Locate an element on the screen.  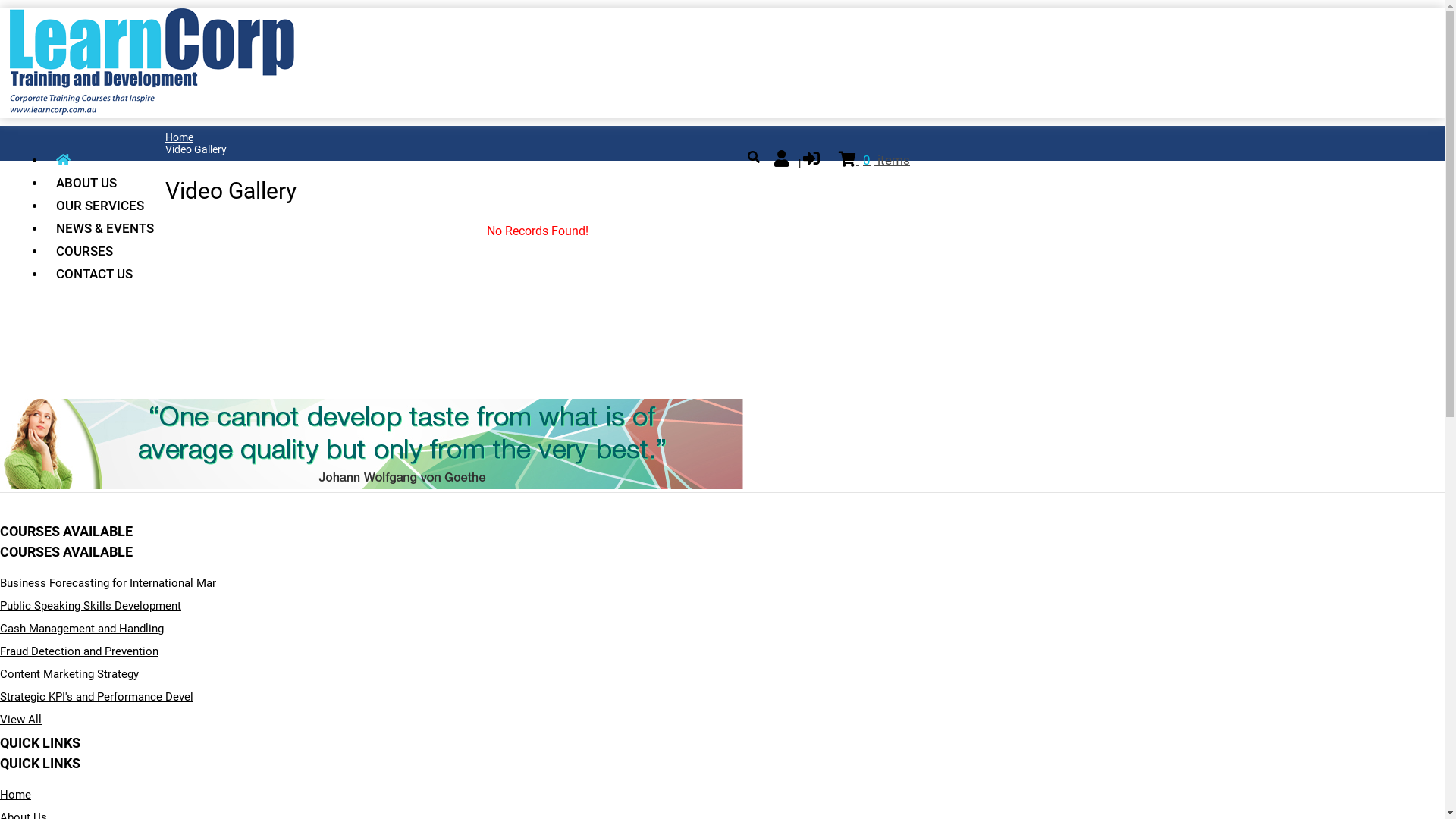
'Fraud Detection and Prevention' is located at coordinates (78, 651).